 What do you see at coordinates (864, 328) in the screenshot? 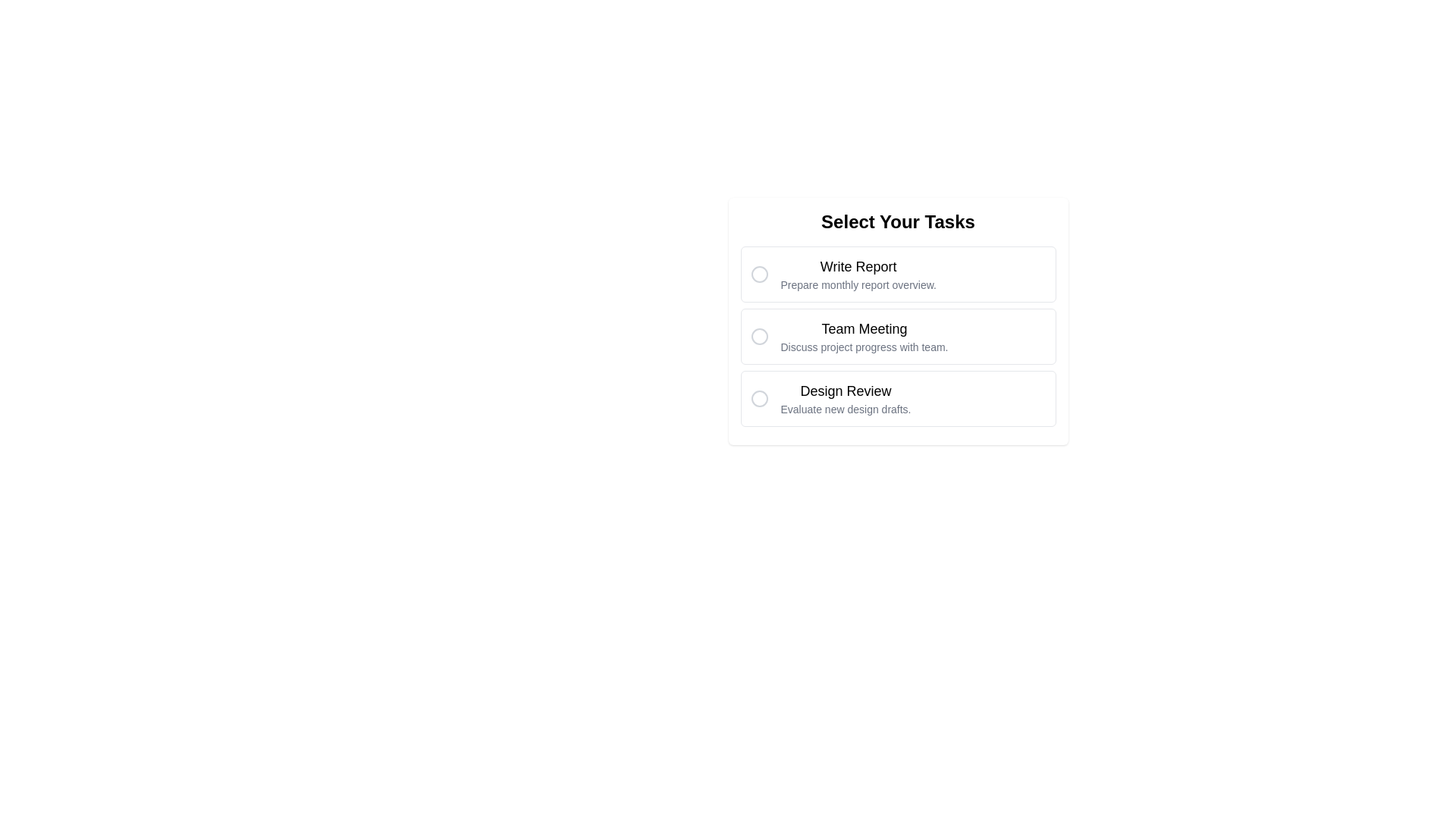
I see `the text label that serves as the heading for the second item in a vertical list, which summarizes the content or purpose of that item` at bounding box center [864, 328].